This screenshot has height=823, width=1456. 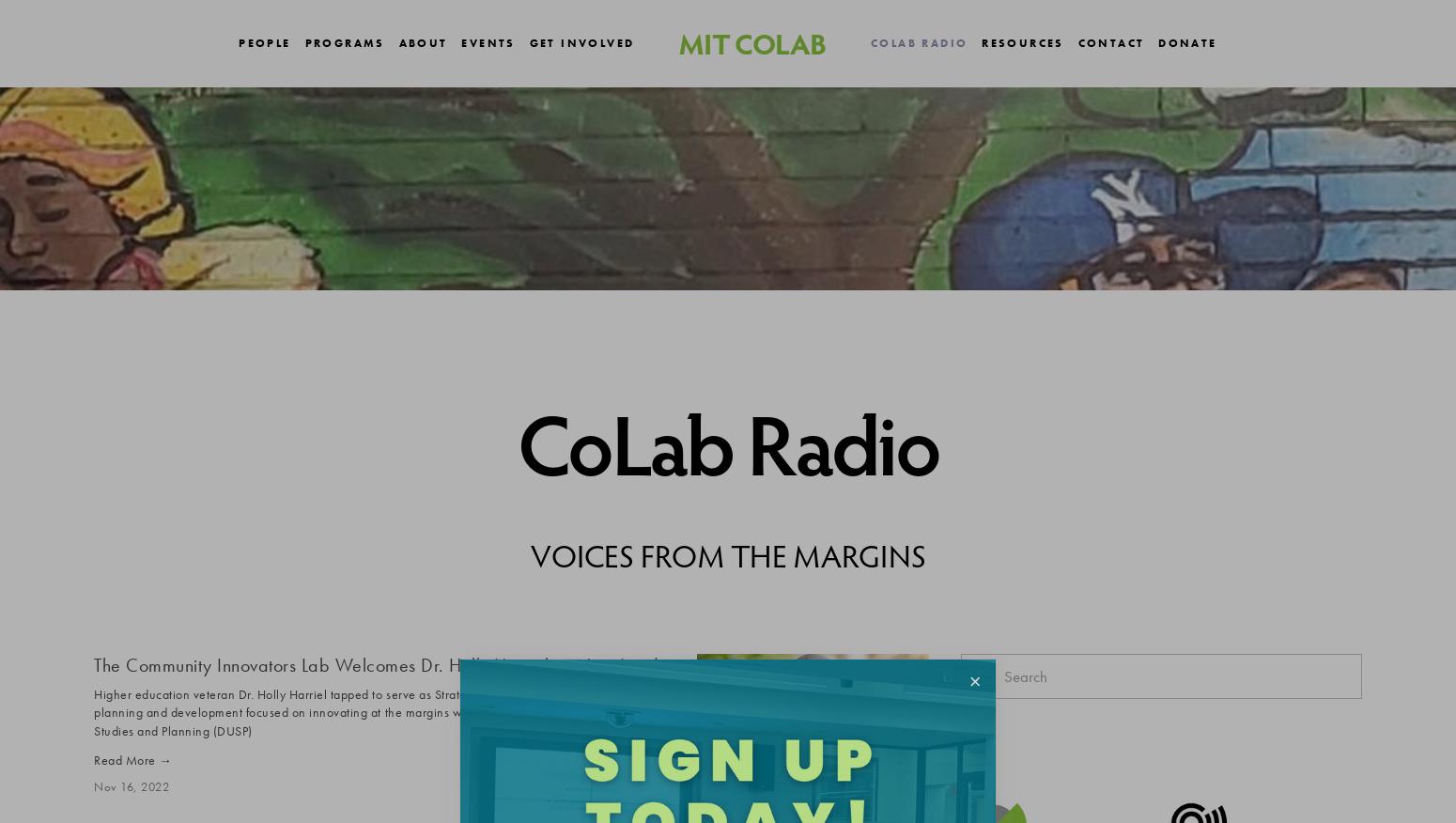 I want to click on 'Read More →', so click(x=132, y=758).